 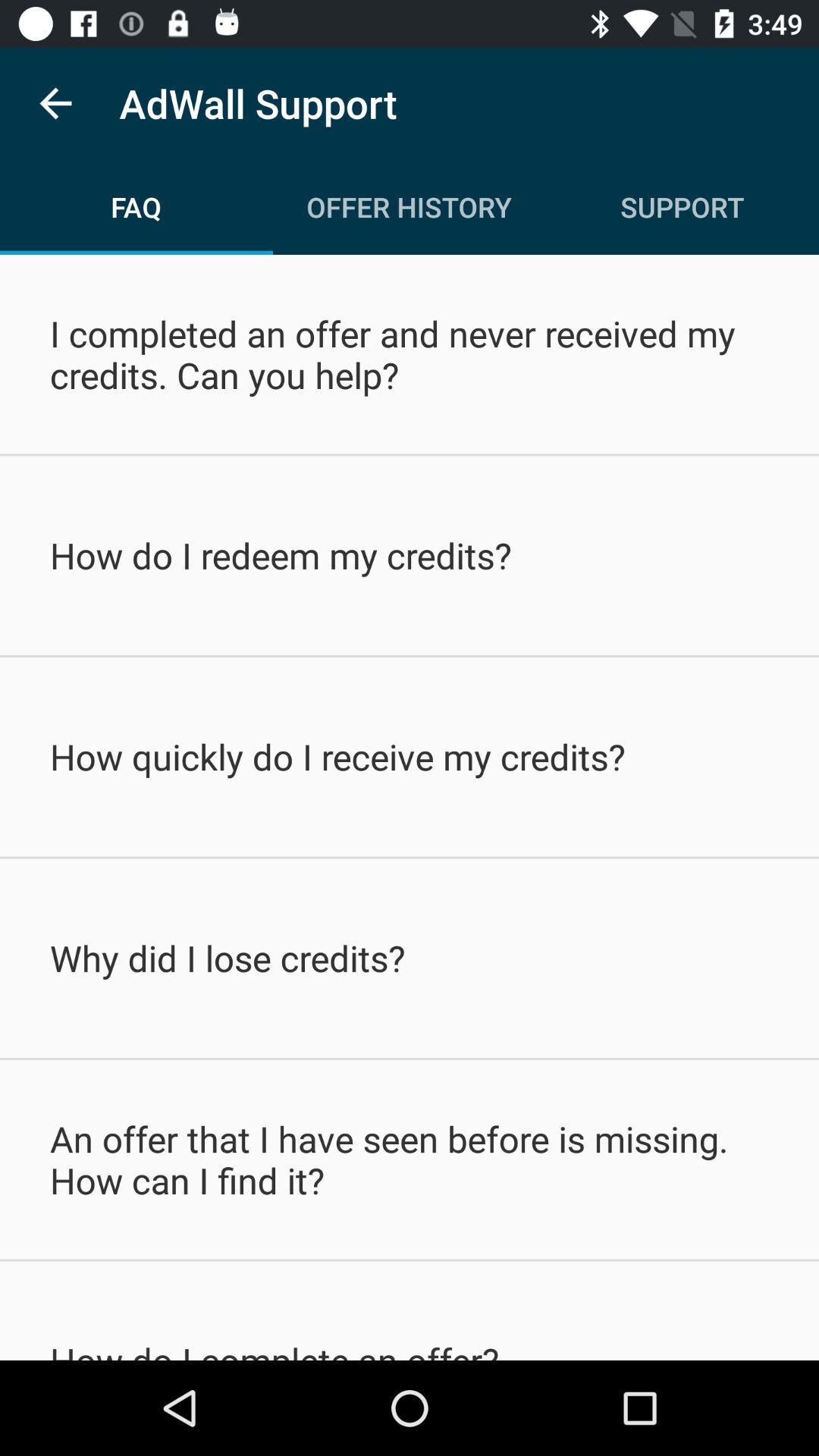 What do you see at coordinates (55, 102) in the screenshot?
I see `the icon above the faq icon` at bounding box center [55, 102].